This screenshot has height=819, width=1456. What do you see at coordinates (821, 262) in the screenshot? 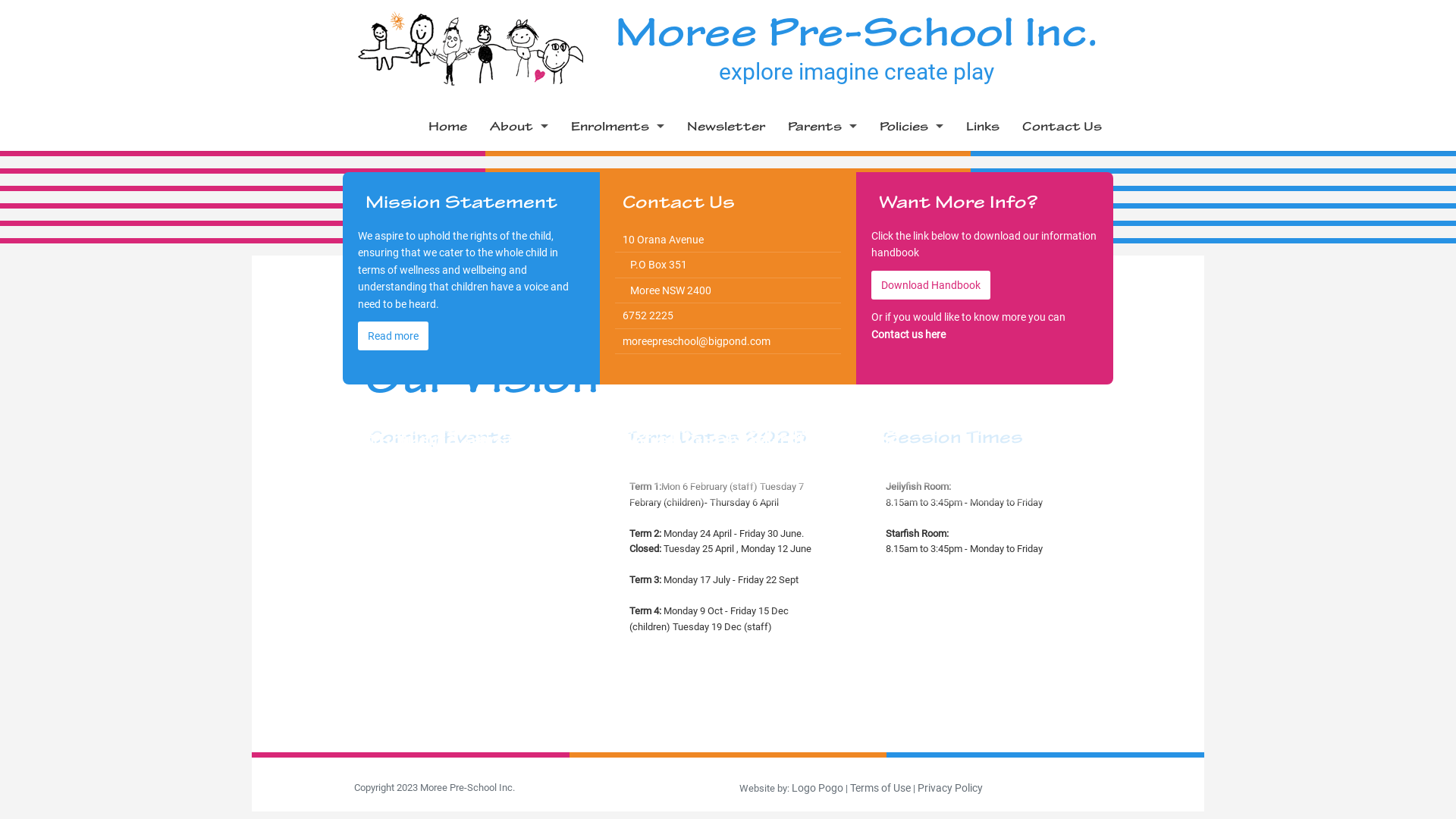
I see `'Room Information'` at bounding box center [821, 262].